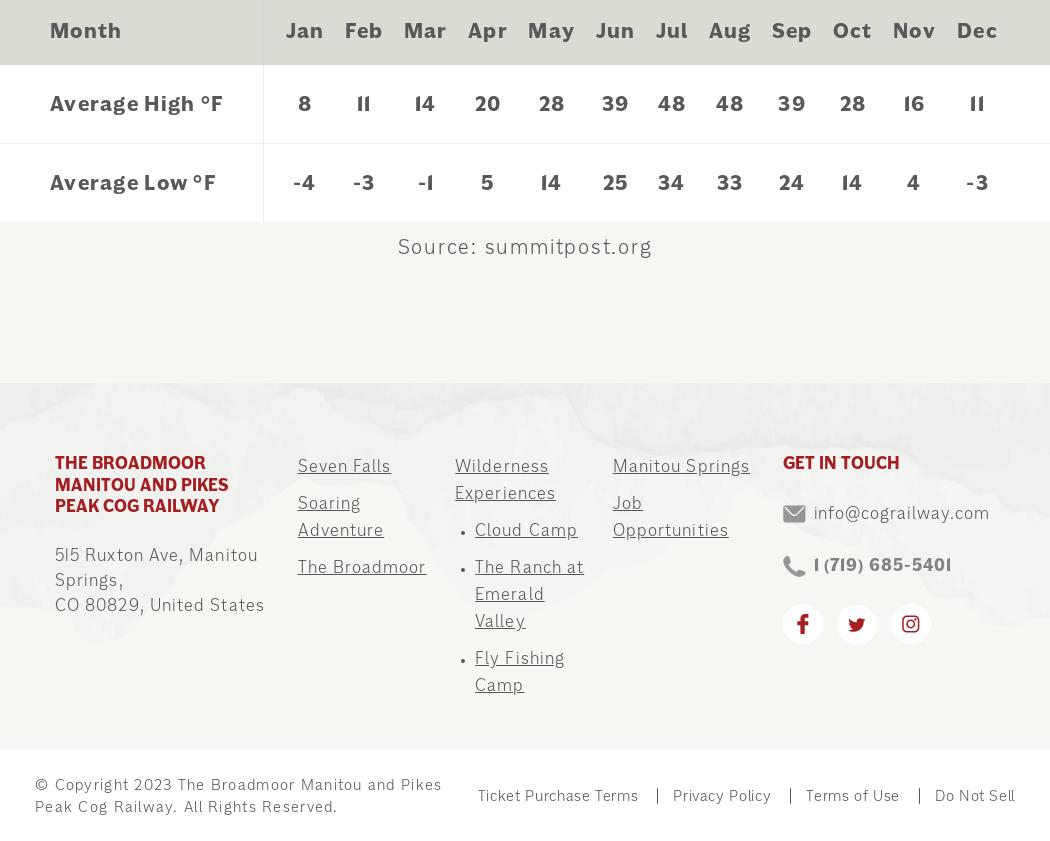  Describe the element at coordinates (669, 516) in the screenshot. I see `'Job Opportunities'` at that location.